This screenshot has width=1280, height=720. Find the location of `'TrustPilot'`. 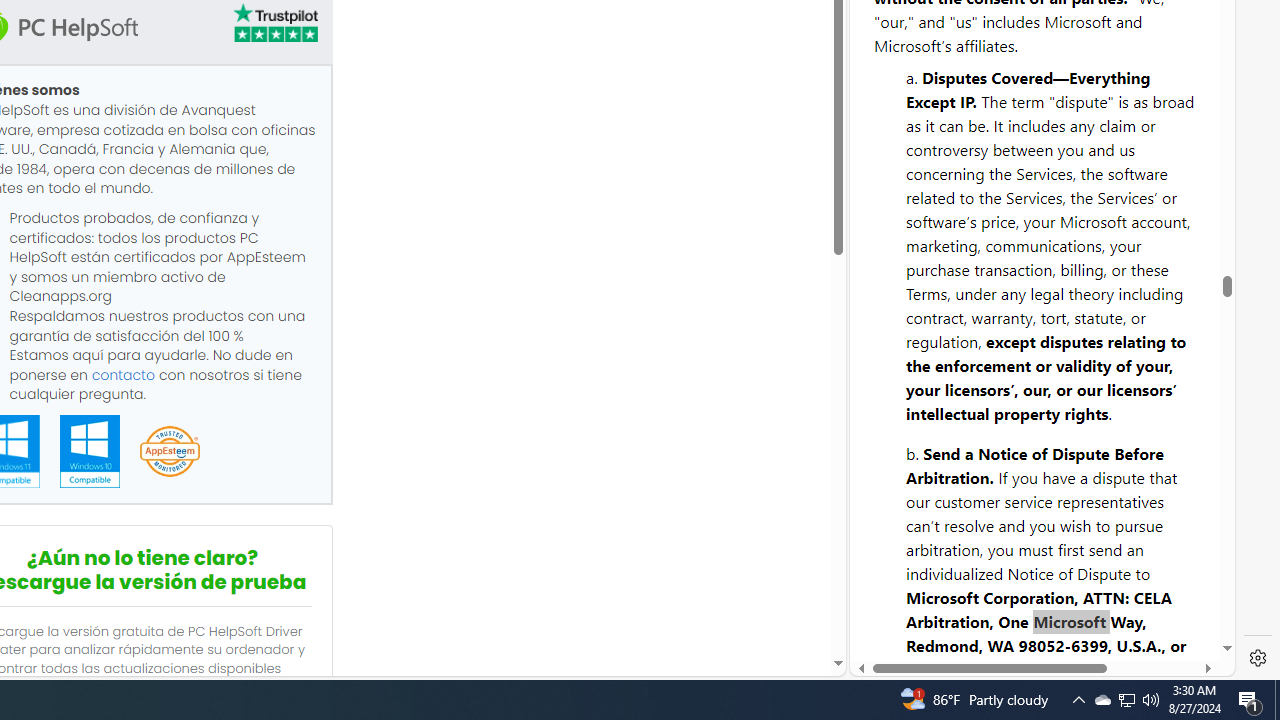

'TrustPilot' is located at coordinates (273, 23).